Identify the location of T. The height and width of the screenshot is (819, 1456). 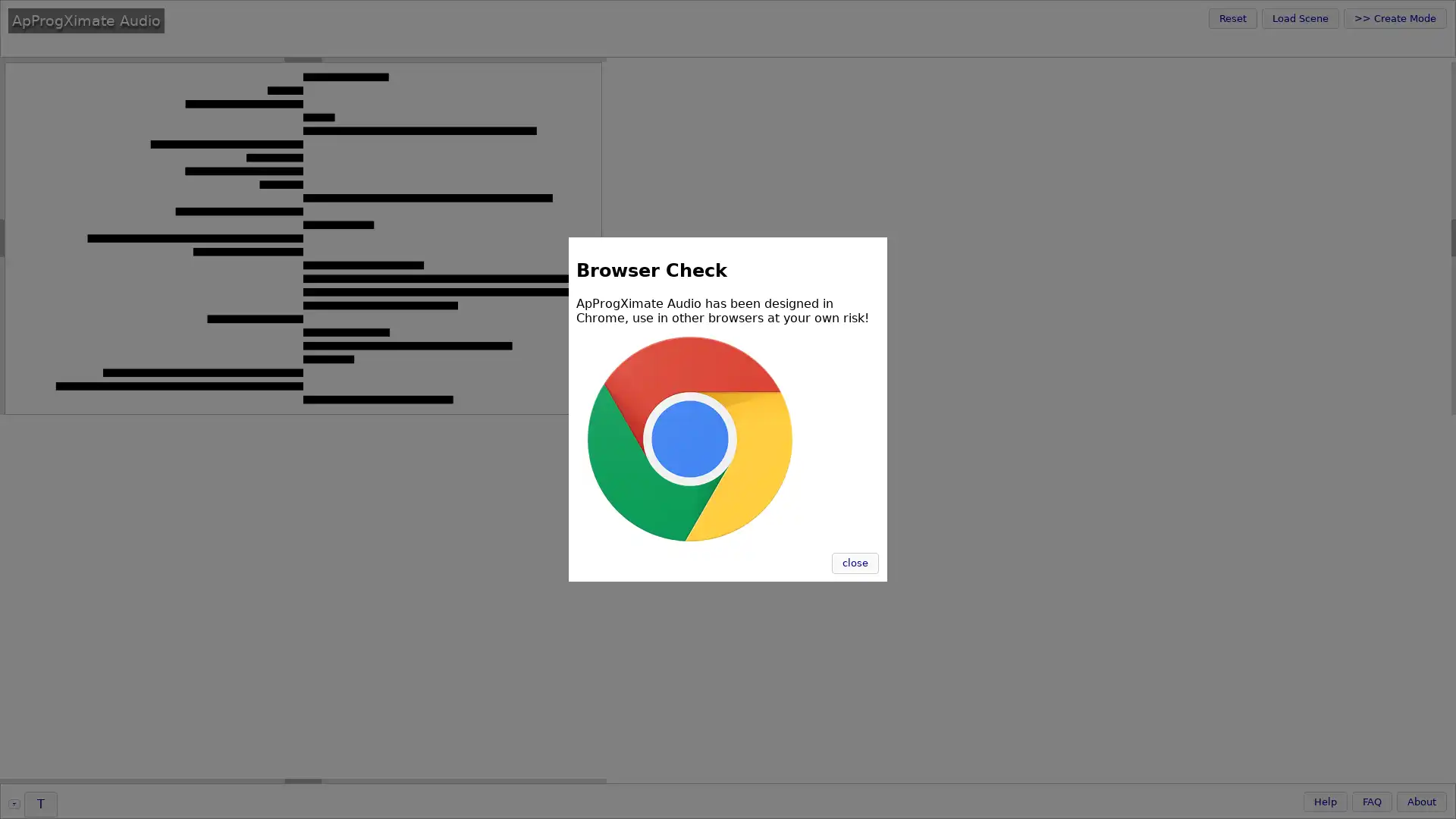
(14, 796).